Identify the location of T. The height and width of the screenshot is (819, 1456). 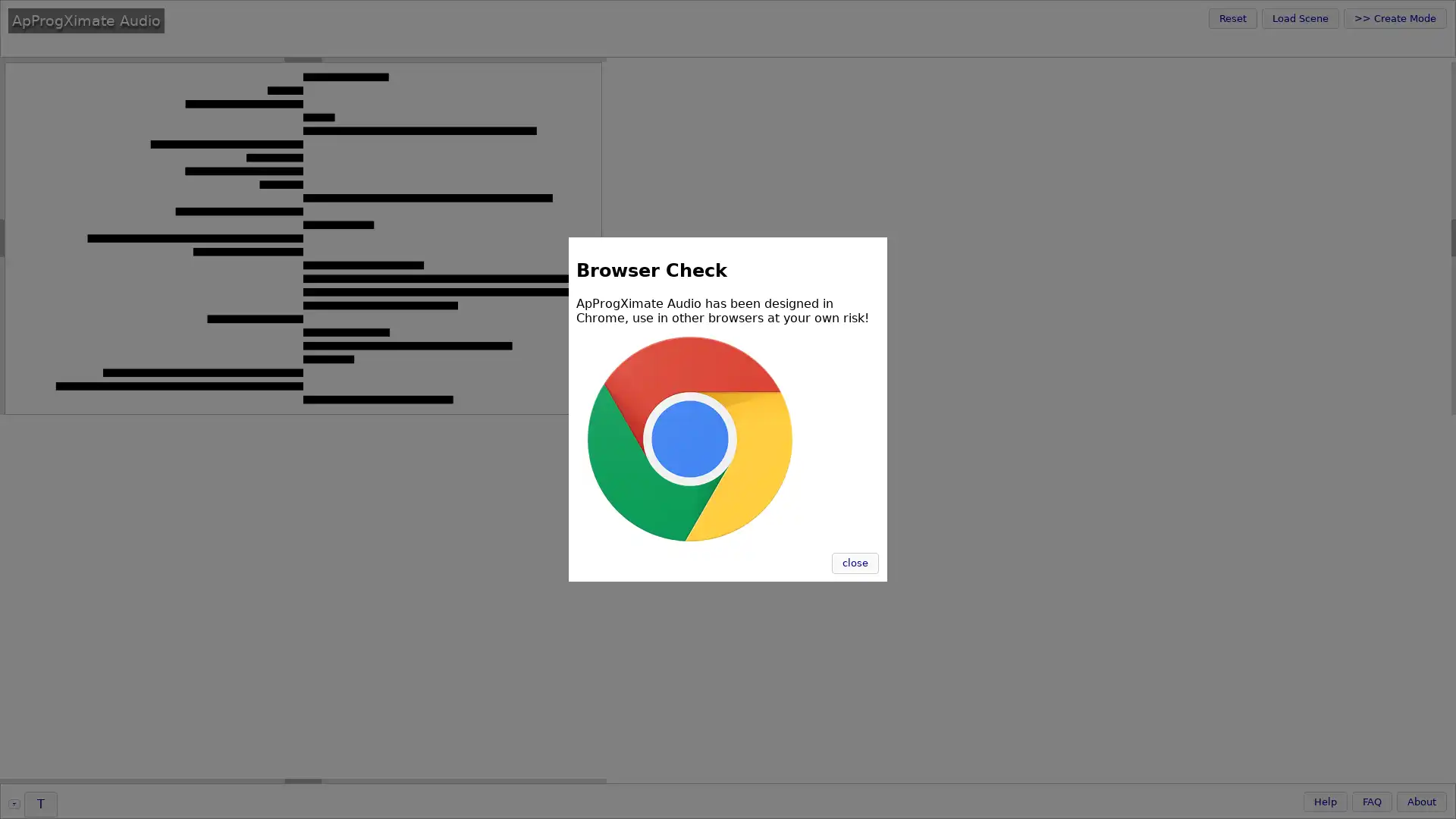
(14, 796).